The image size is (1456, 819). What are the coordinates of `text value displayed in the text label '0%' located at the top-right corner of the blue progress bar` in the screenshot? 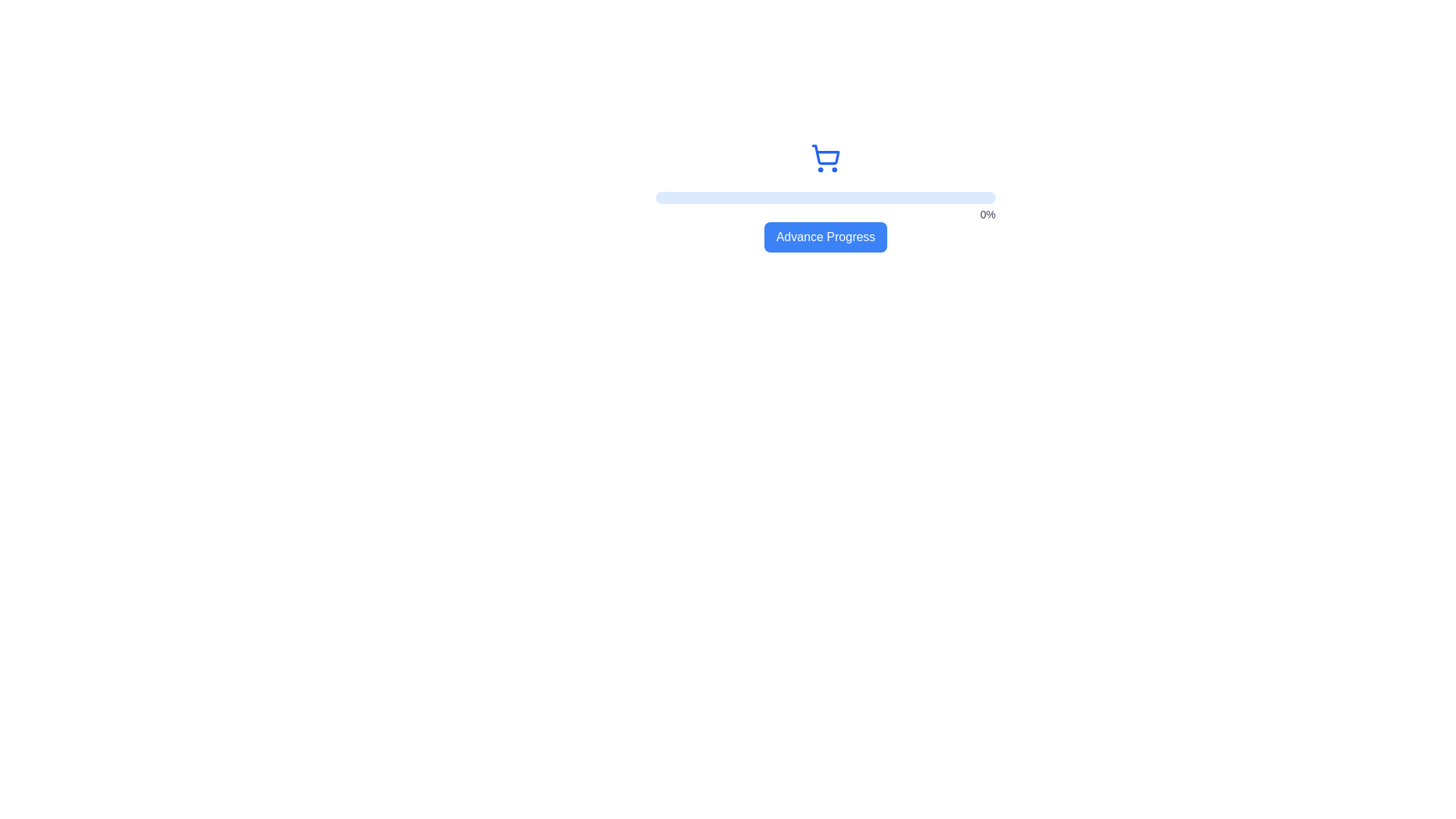 It's located at (987, 214).